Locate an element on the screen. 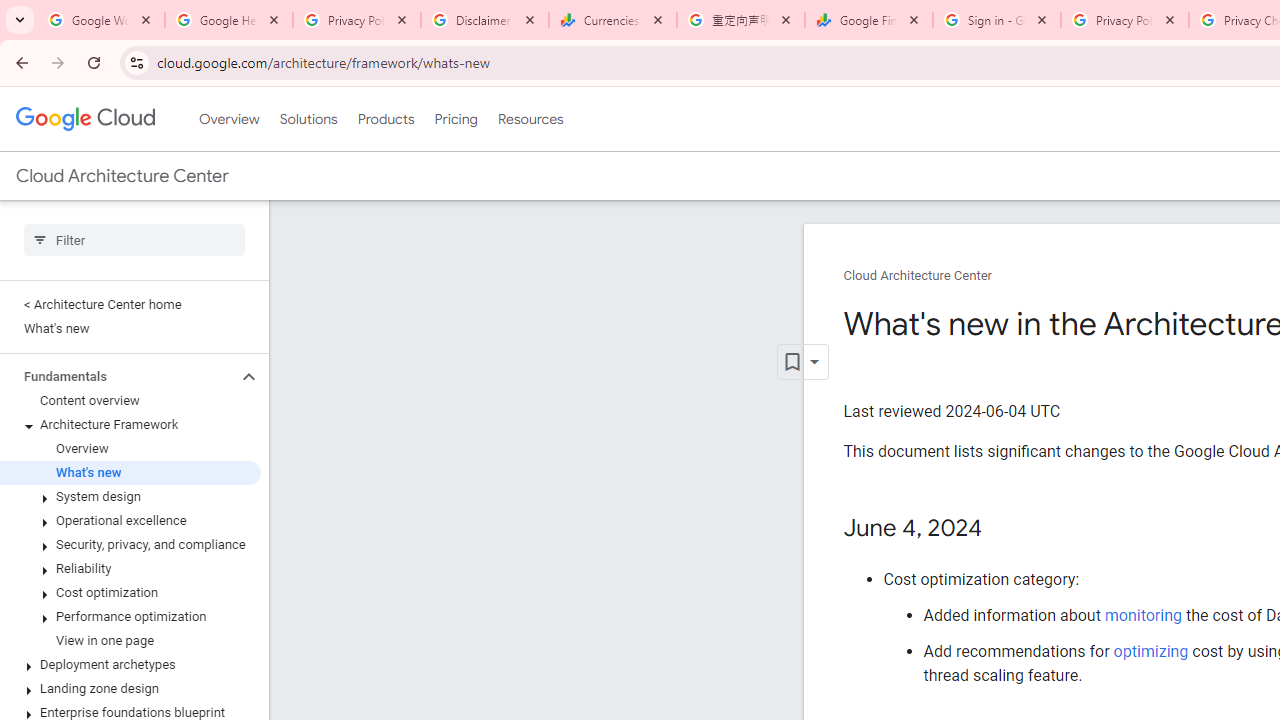 This screenshot has width=1280, height=720. 'Pricing' is located at coordinates (454, 119).